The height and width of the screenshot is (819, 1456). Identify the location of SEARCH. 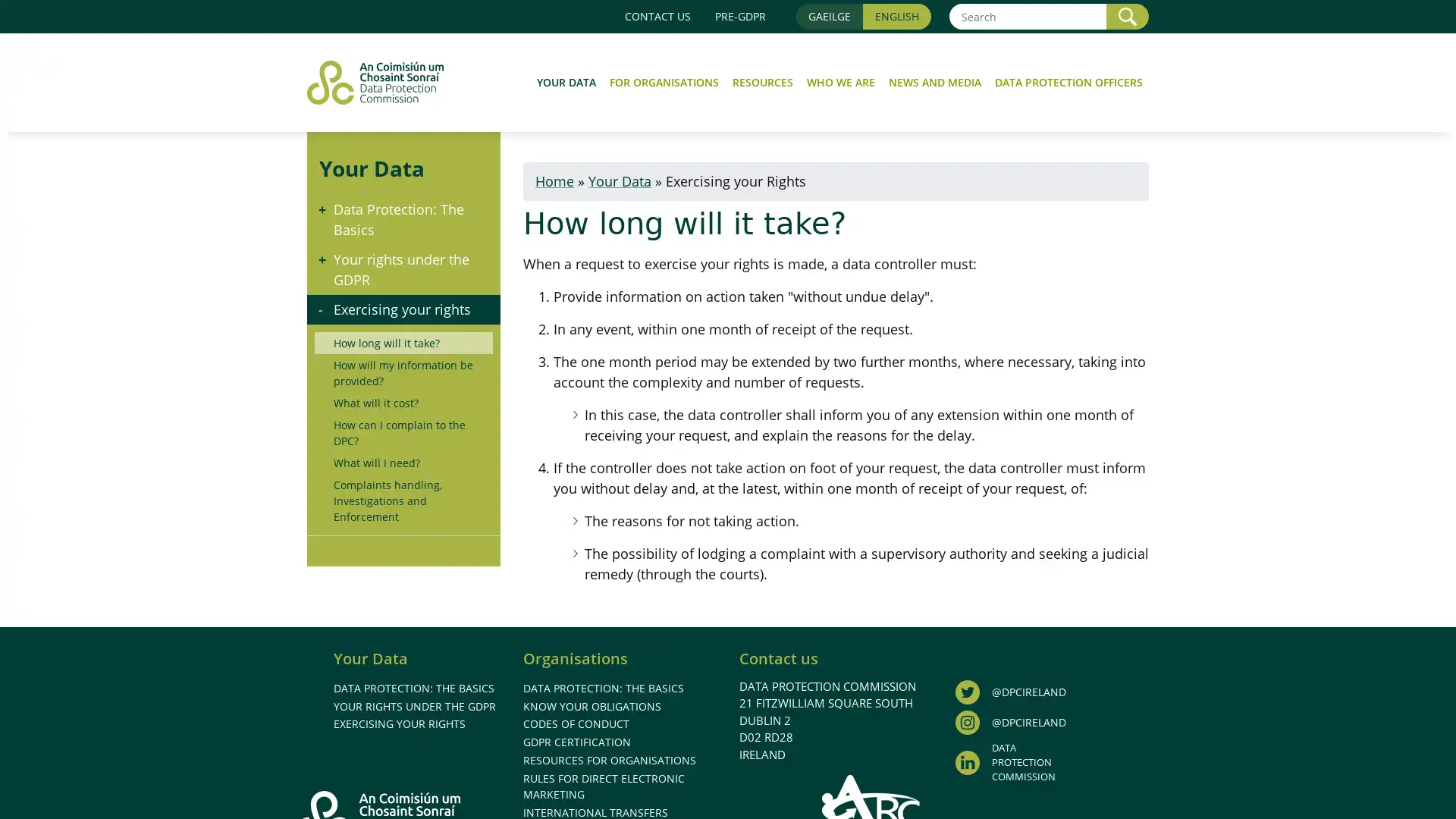
(1128, 16).